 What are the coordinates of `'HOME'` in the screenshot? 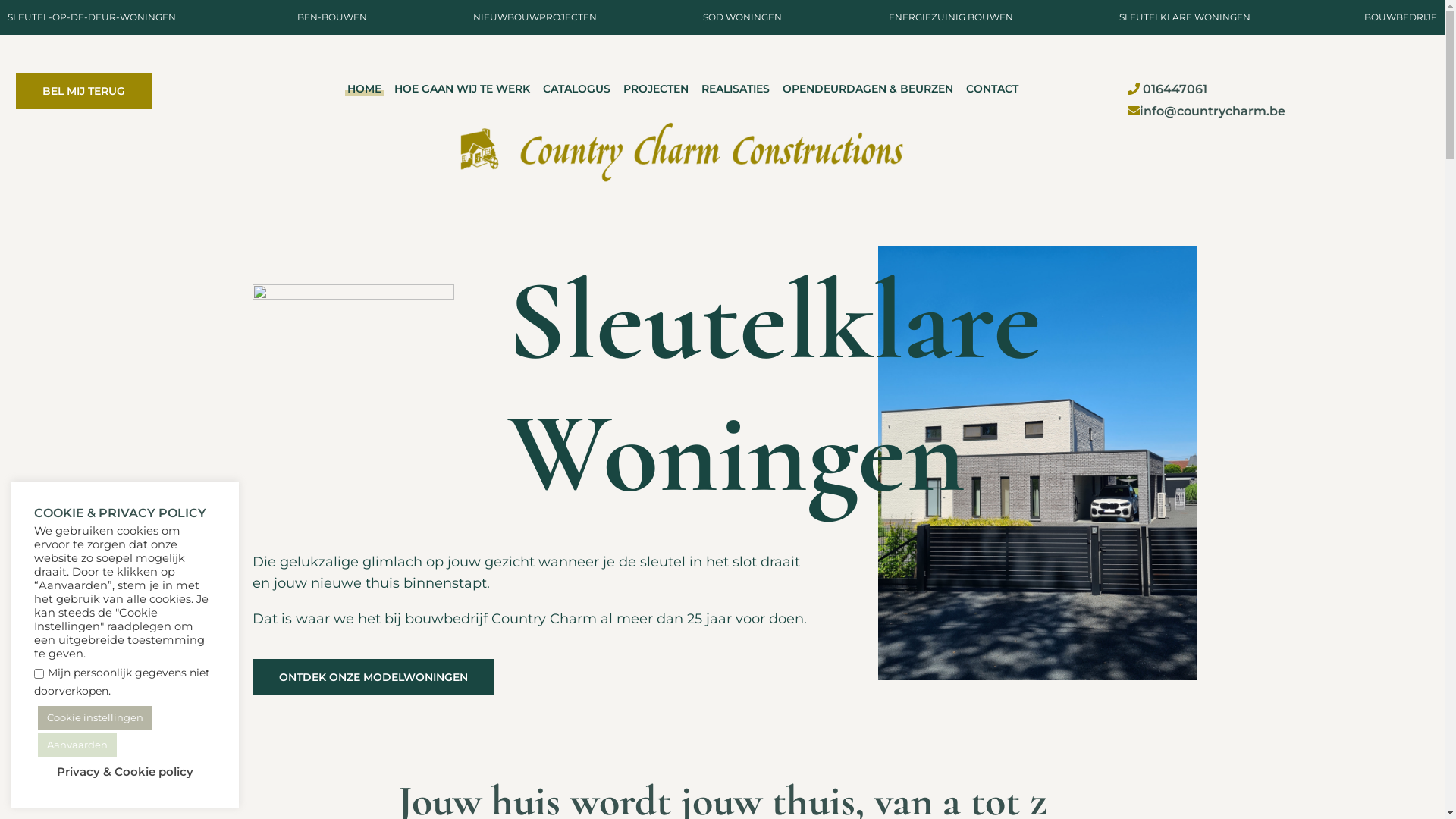 It's located at (364, 89).